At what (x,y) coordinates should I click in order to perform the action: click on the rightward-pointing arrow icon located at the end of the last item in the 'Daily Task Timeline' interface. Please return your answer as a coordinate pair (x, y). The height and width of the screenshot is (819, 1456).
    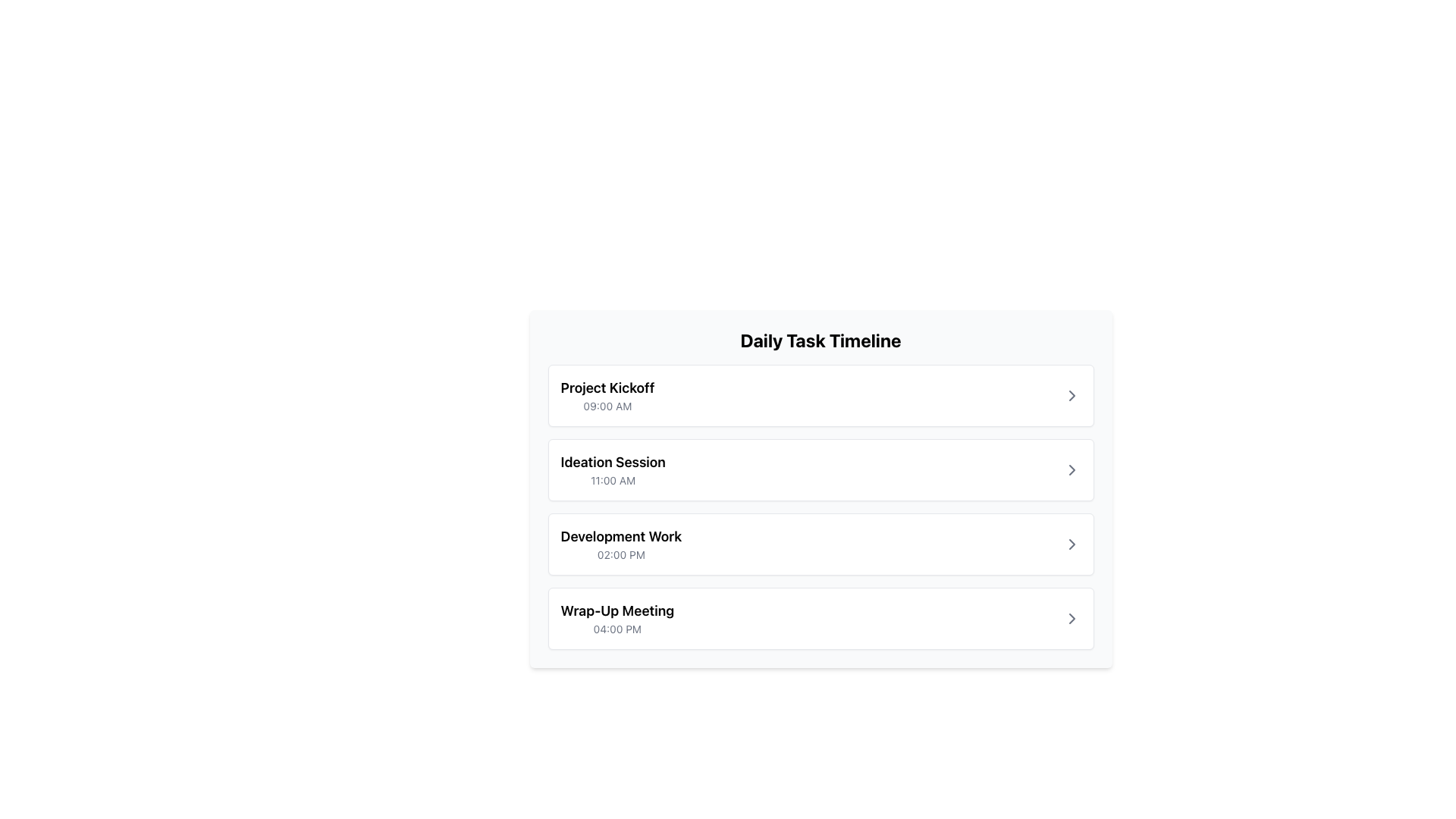
    Looking at the image, I should click on (1071, 619).